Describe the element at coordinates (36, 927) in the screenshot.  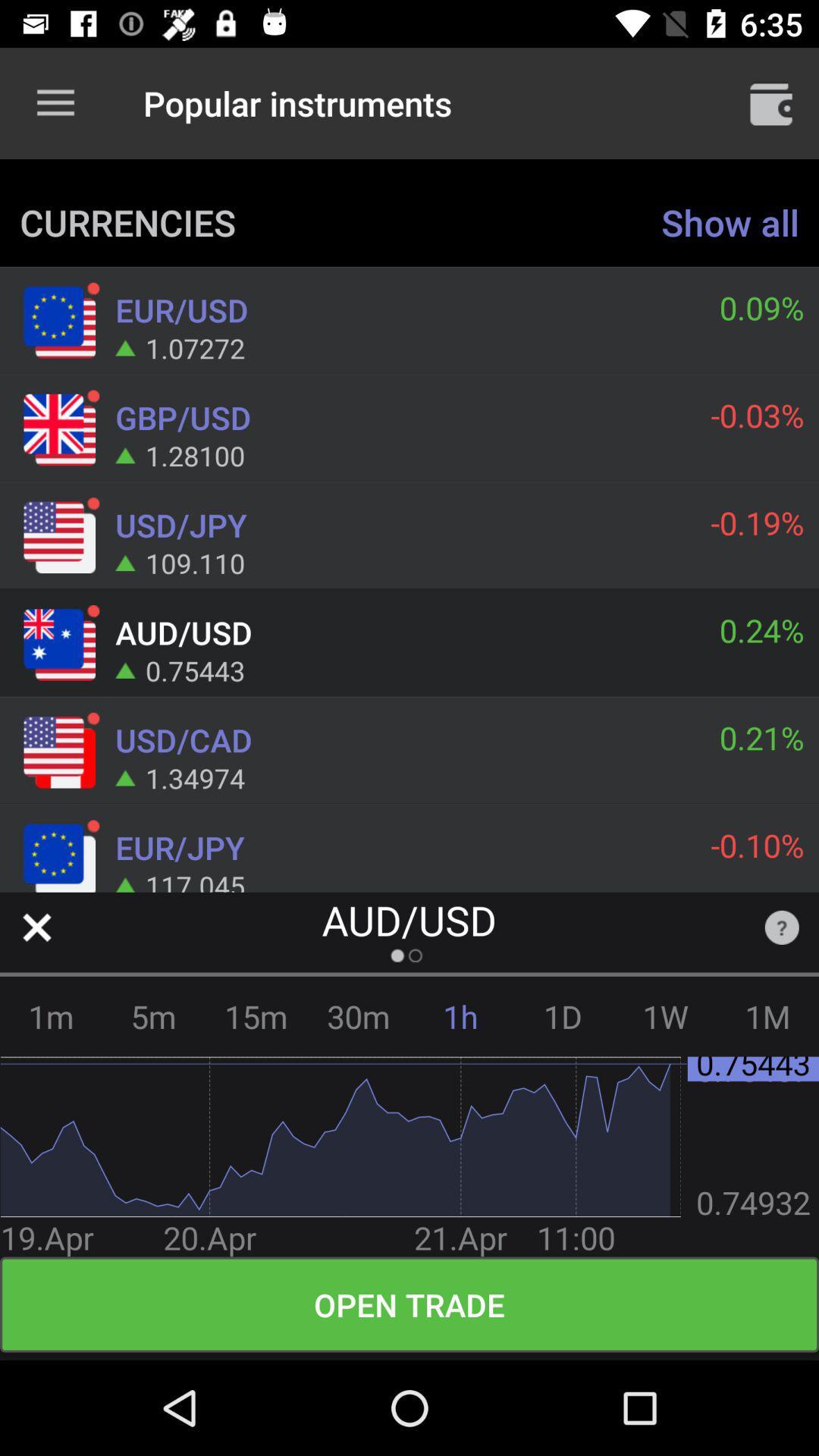
I see `close` at that location.